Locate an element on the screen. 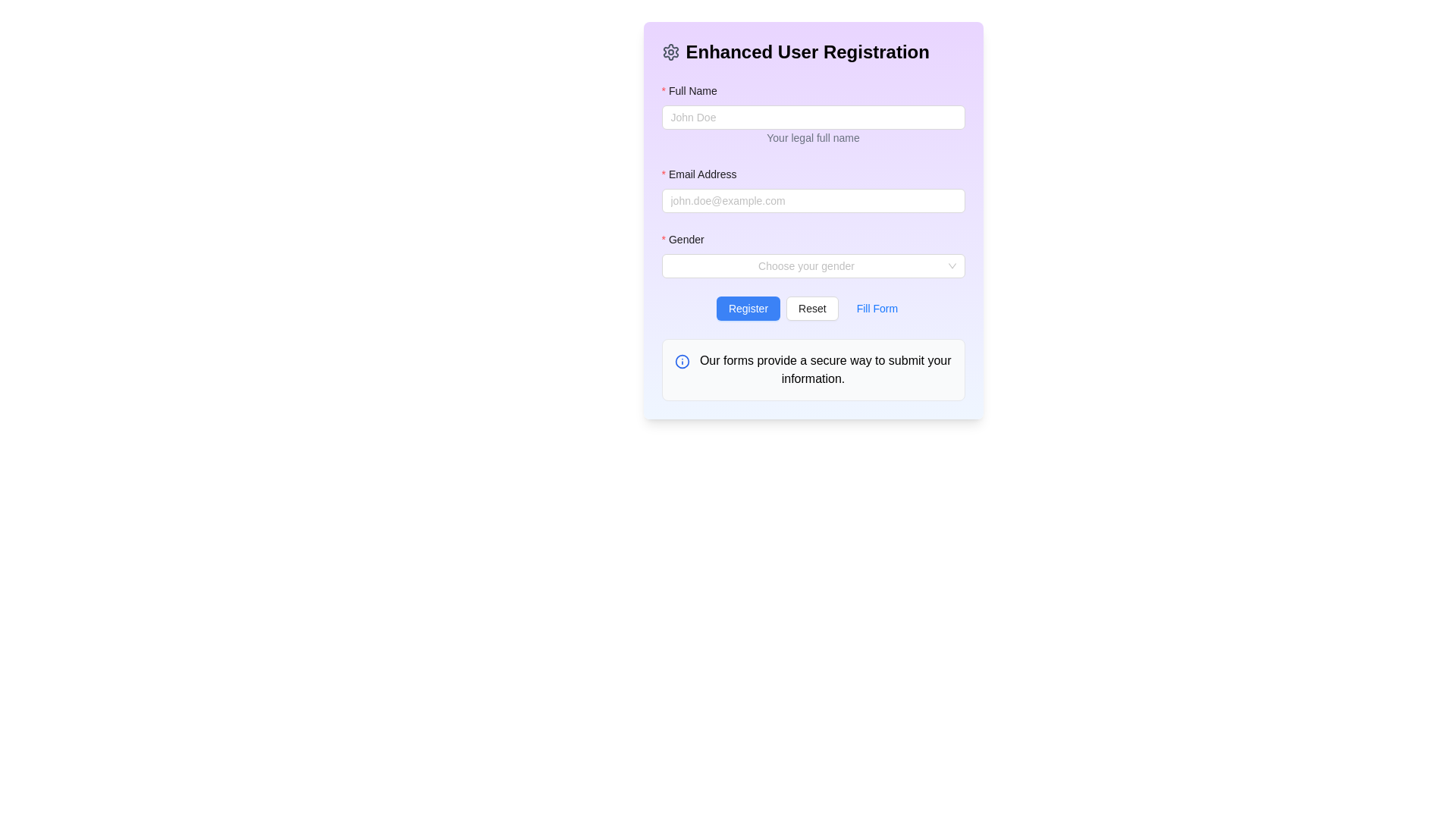 This screenshot has width=1456, height=819. the dropdown menu input field for selecting gender, which is the third input field in the form located below the 'Email Address' field is located at coordinates (805, 265).